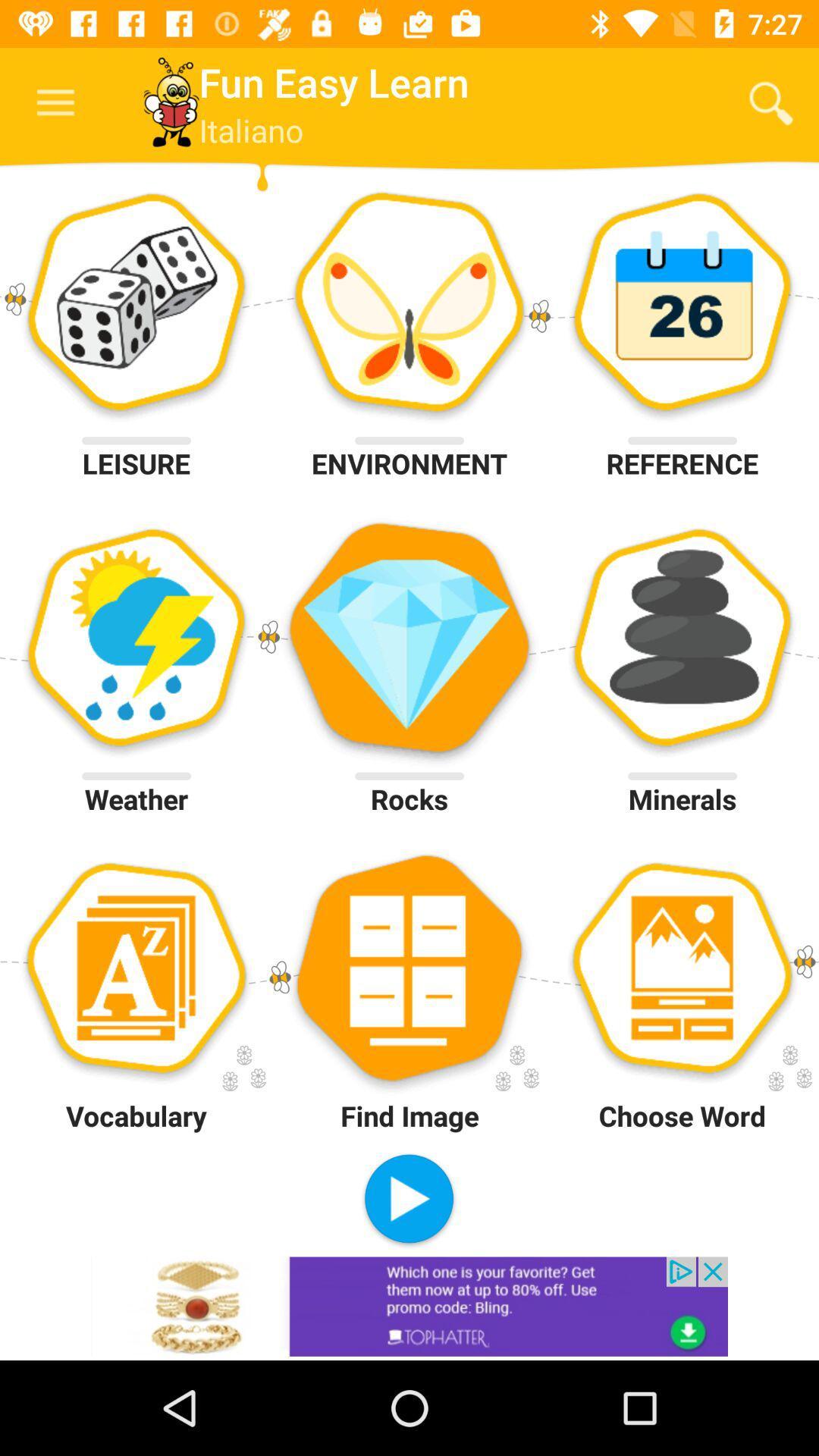 The width and height of the screenshot is (819, 1456). What do you see at coordinates (408, 1200) in the screenshot?
I see `the play icon` at bounding box center [408, 1200].